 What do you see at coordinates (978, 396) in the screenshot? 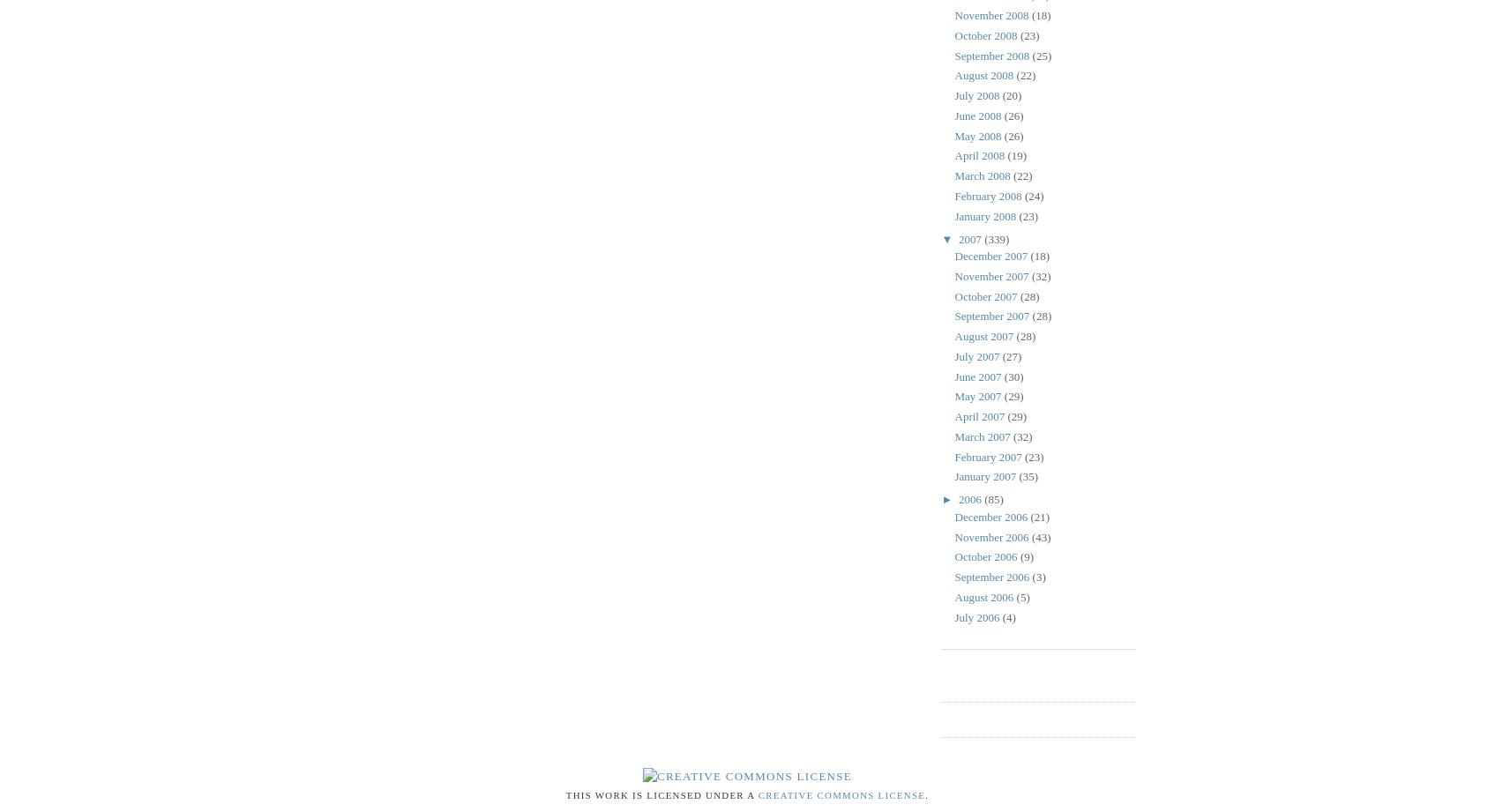
I see `'May 2007'` at bounding box center [978, 396].